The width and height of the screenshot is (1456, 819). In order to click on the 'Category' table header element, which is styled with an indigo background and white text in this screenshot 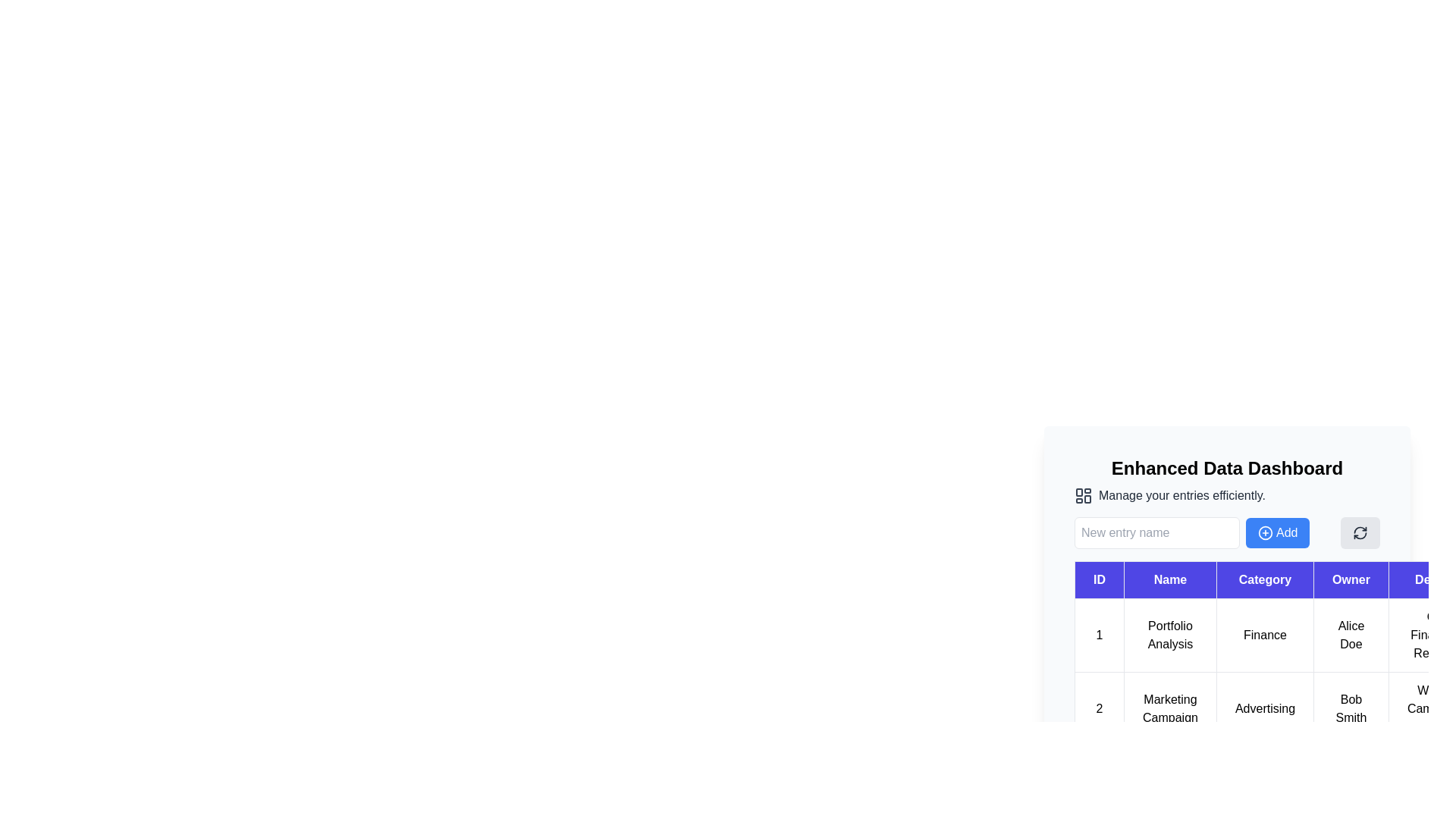, I will do `click(1227, 564)`.